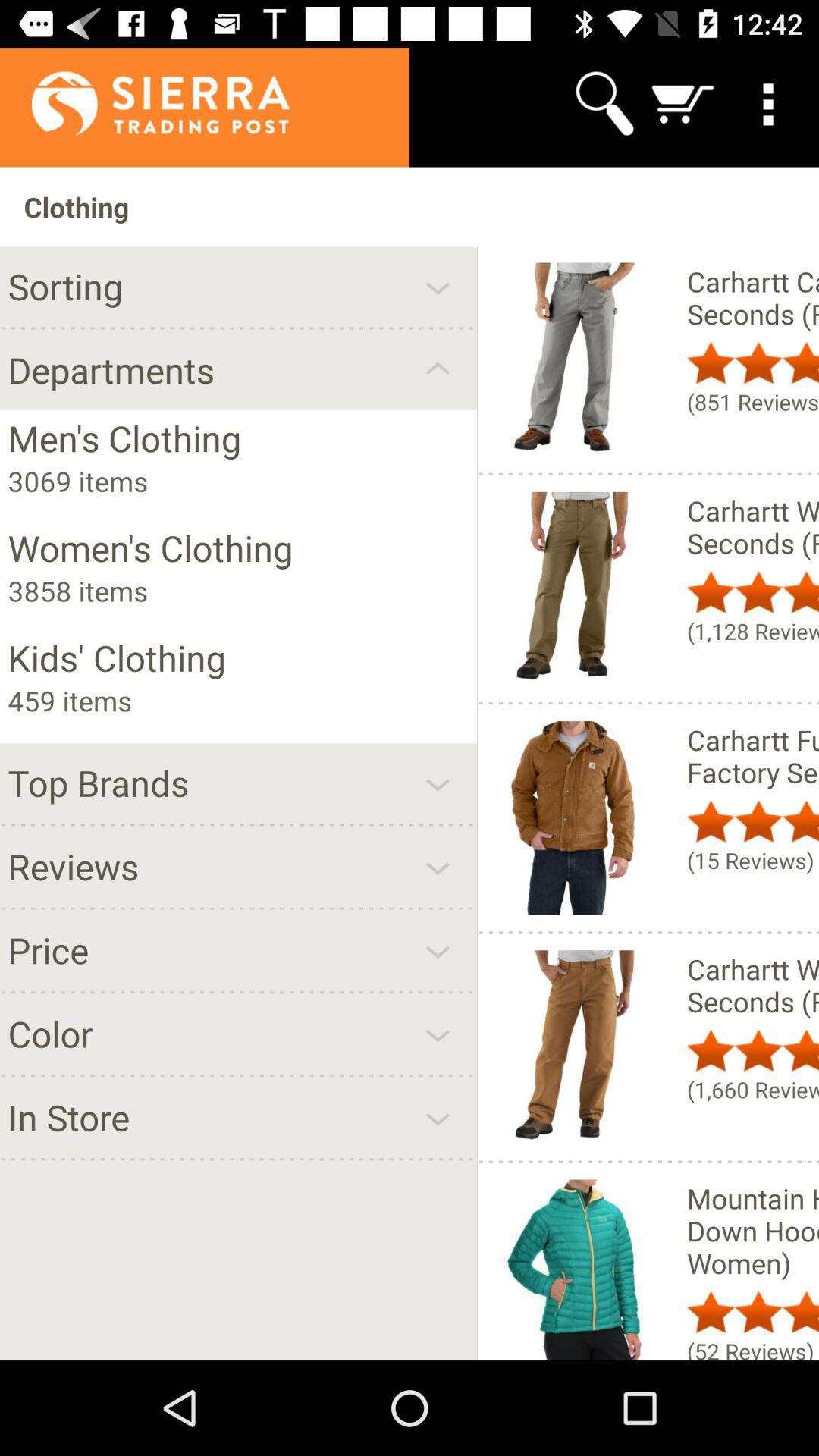  What do you see at coordinates (752, 756) in the screenshot?
I see `carhartt full swing` at bounding box center [752, 756].